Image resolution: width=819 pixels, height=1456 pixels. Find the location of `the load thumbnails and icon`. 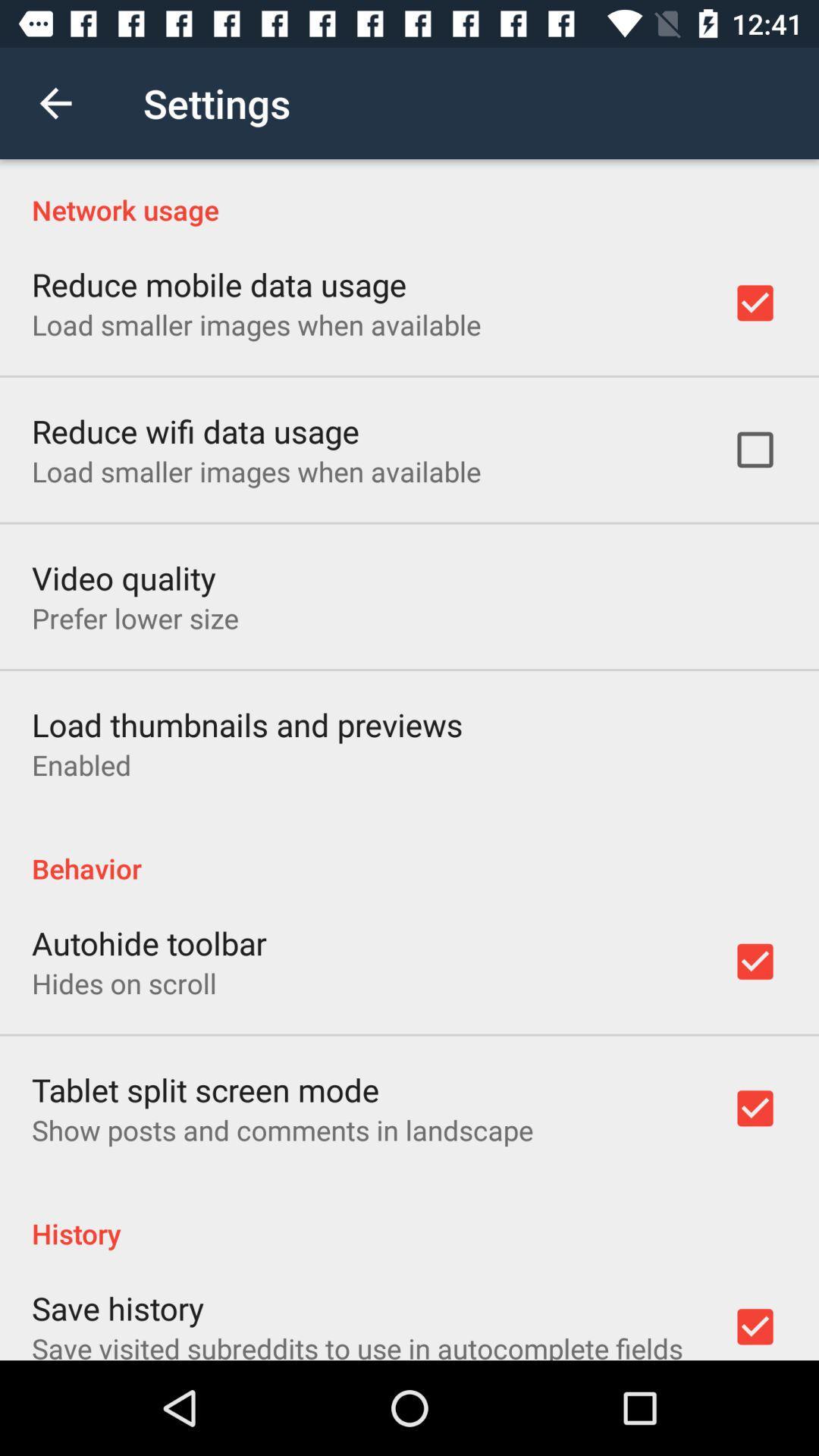

the load thumbnails and icon is located at coordinates (246, 723).